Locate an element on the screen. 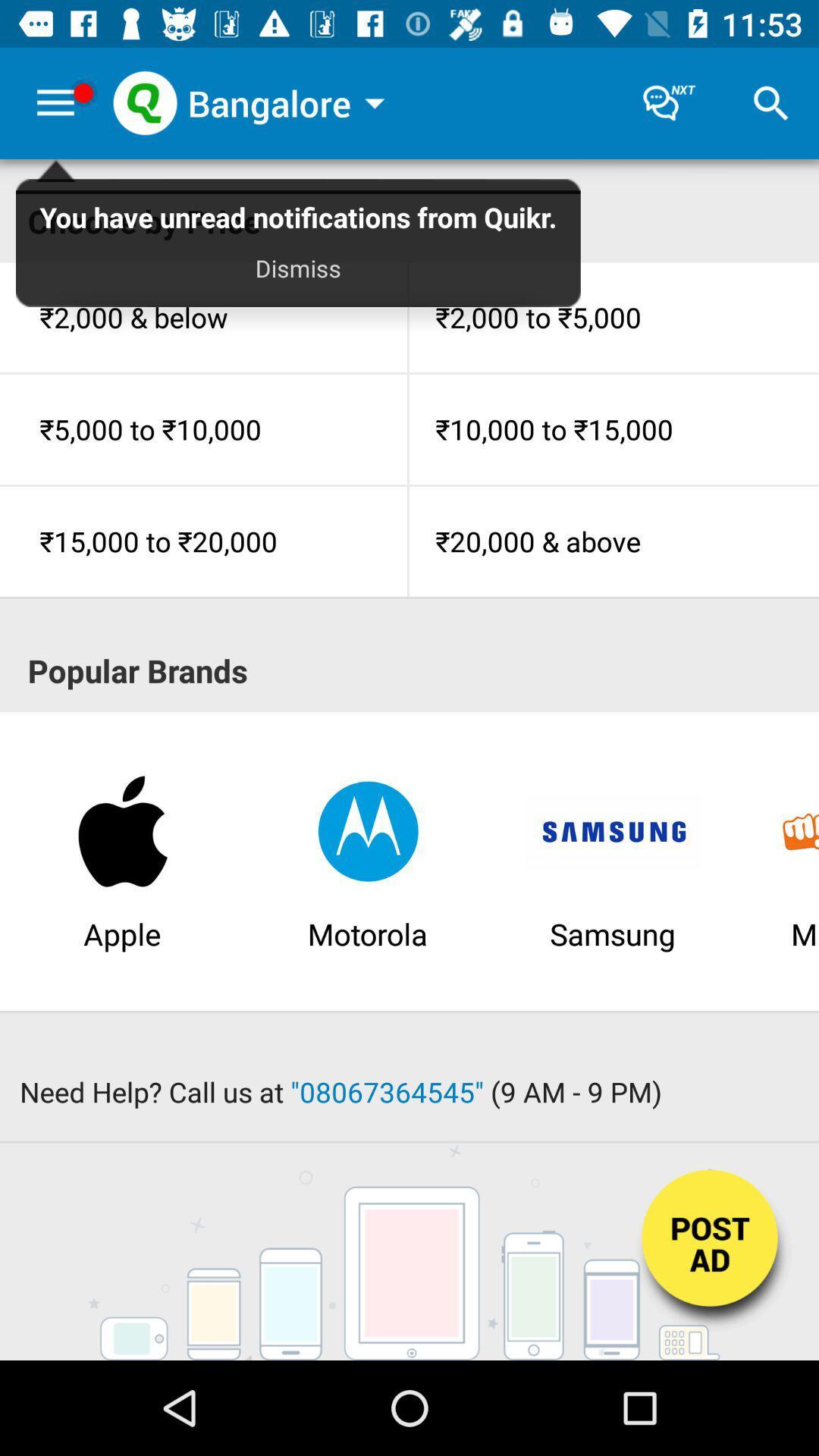  open chat is located at coordinates (669, 102).